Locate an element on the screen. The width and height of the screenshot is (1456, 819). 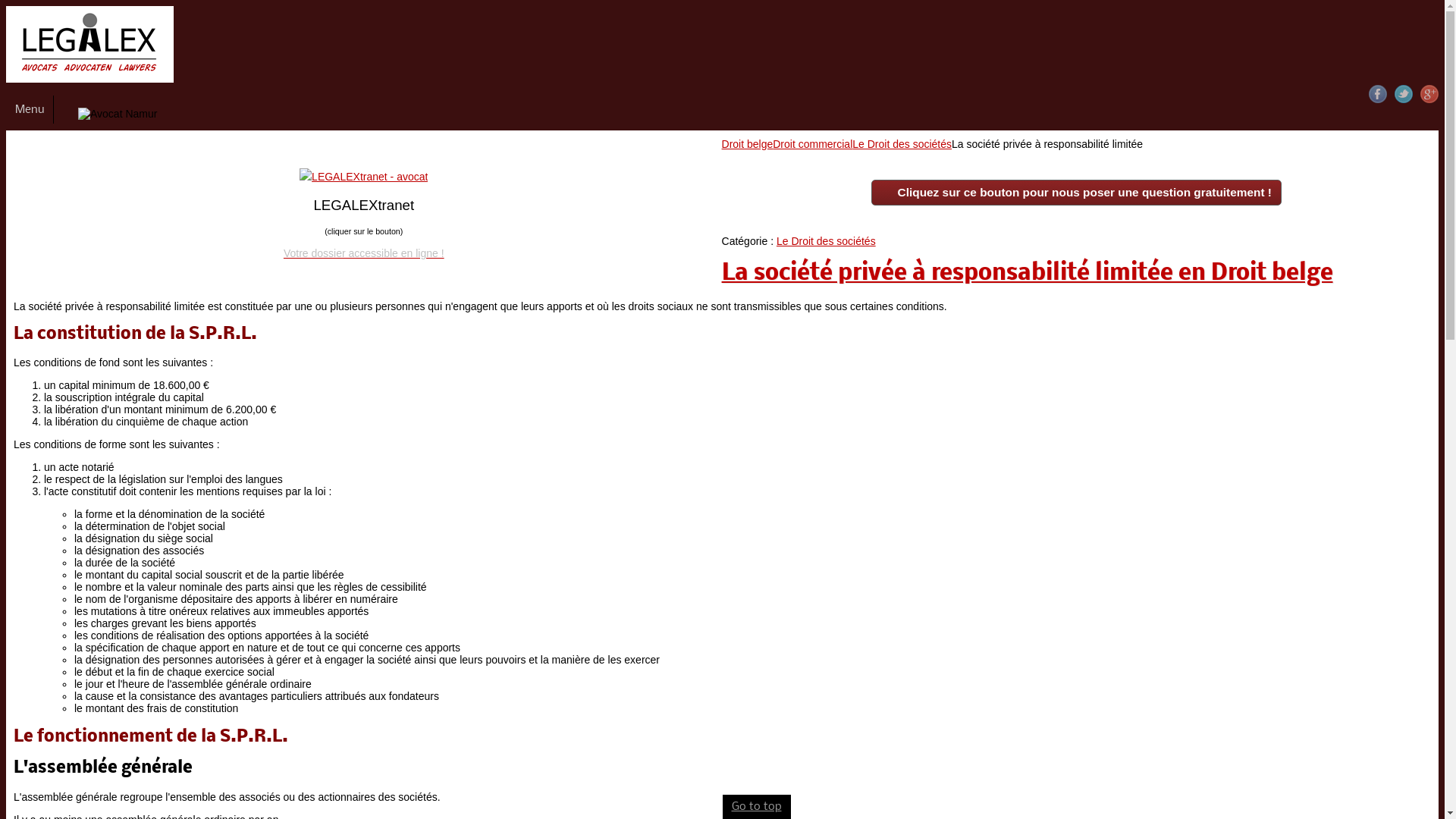
'Google+' is located at coordinates (1429, 93).